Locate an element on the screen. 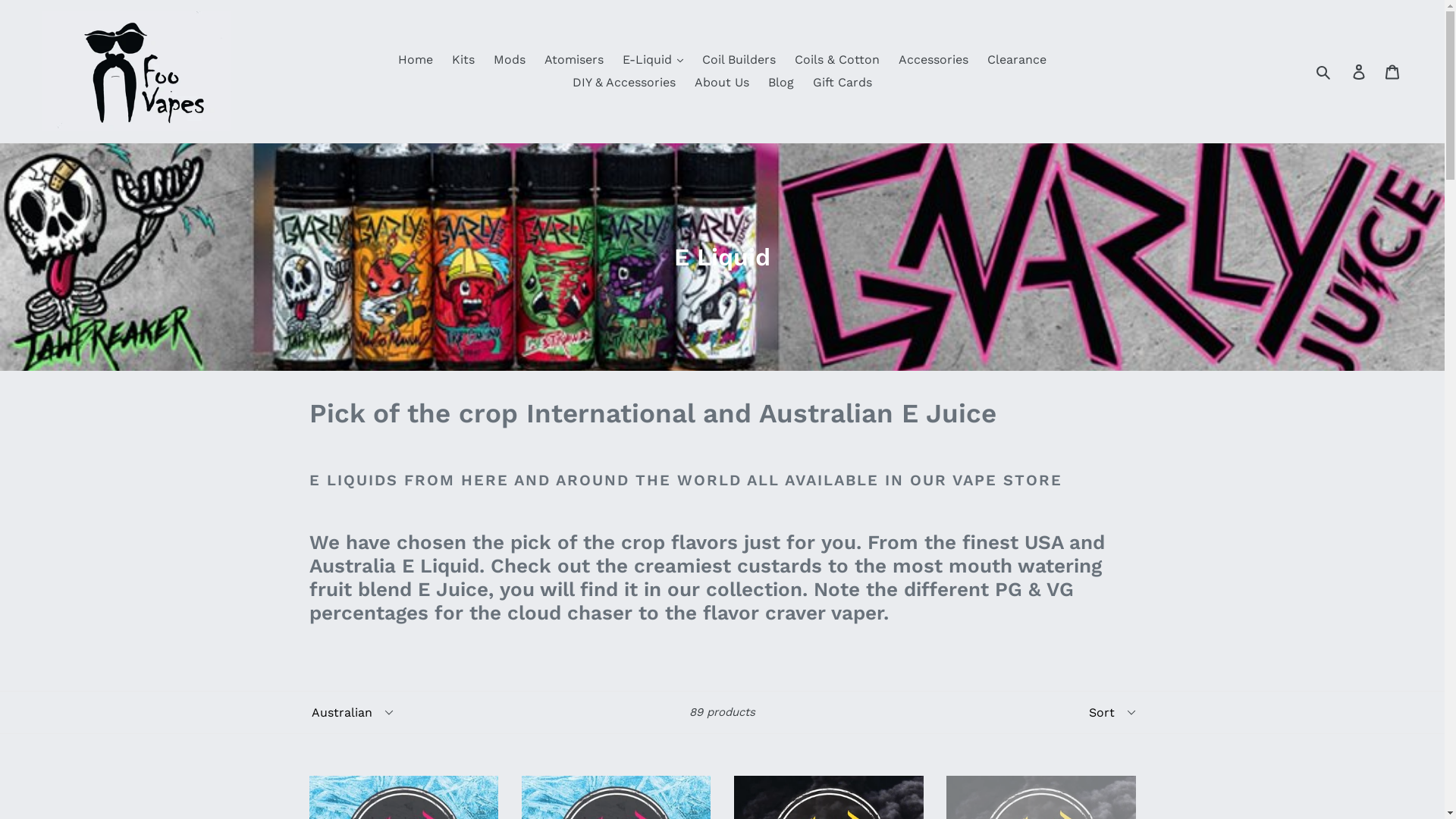 The image size is (1456, 819). 'Home' is located at coordinates (390, 58).